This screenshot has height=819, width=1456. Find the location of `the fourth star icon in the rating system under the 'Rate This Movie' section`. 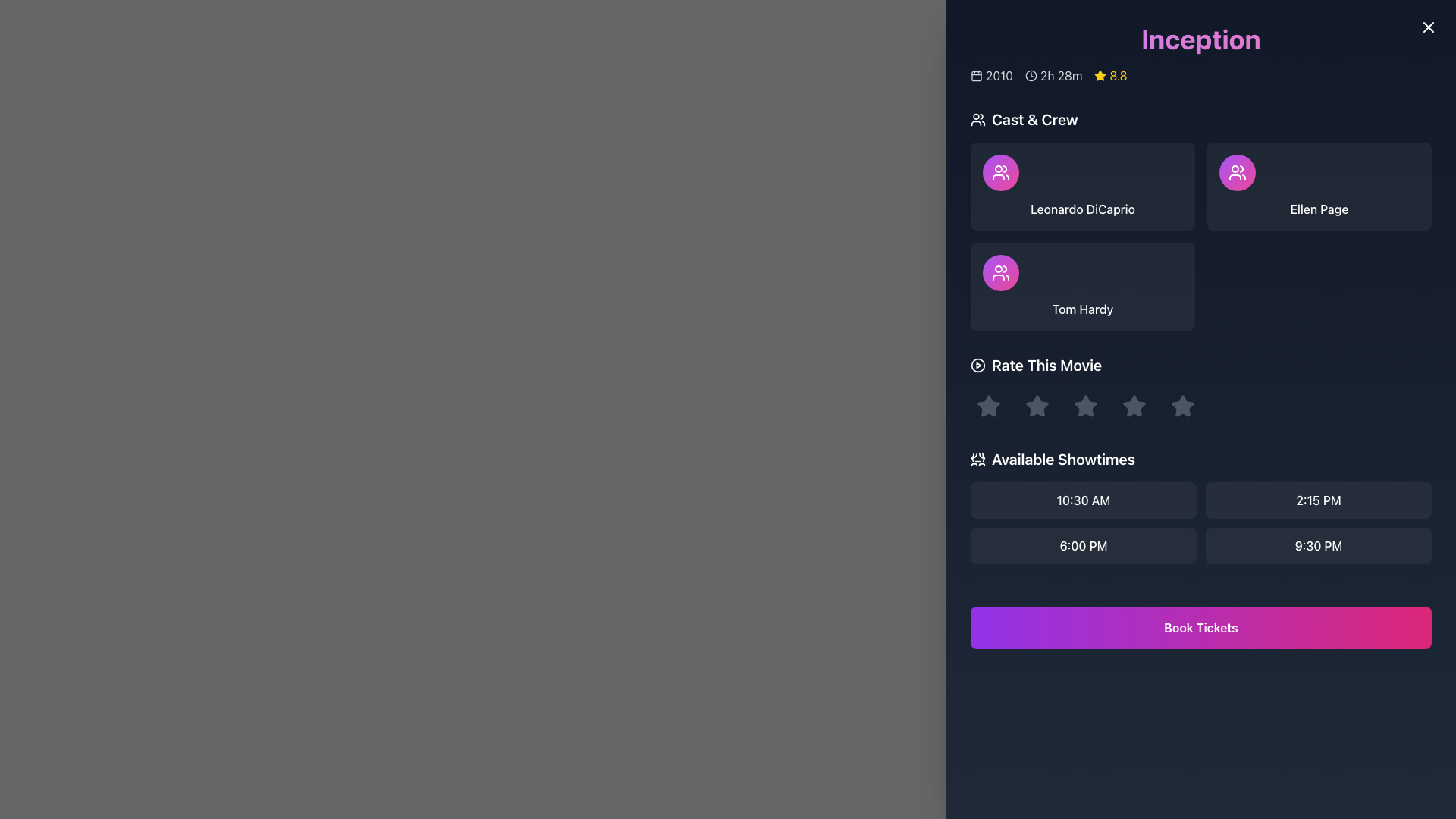

the fourth star icon in the rating system under the 'Rate This Movie' section is located at coordinates (1182, 405).